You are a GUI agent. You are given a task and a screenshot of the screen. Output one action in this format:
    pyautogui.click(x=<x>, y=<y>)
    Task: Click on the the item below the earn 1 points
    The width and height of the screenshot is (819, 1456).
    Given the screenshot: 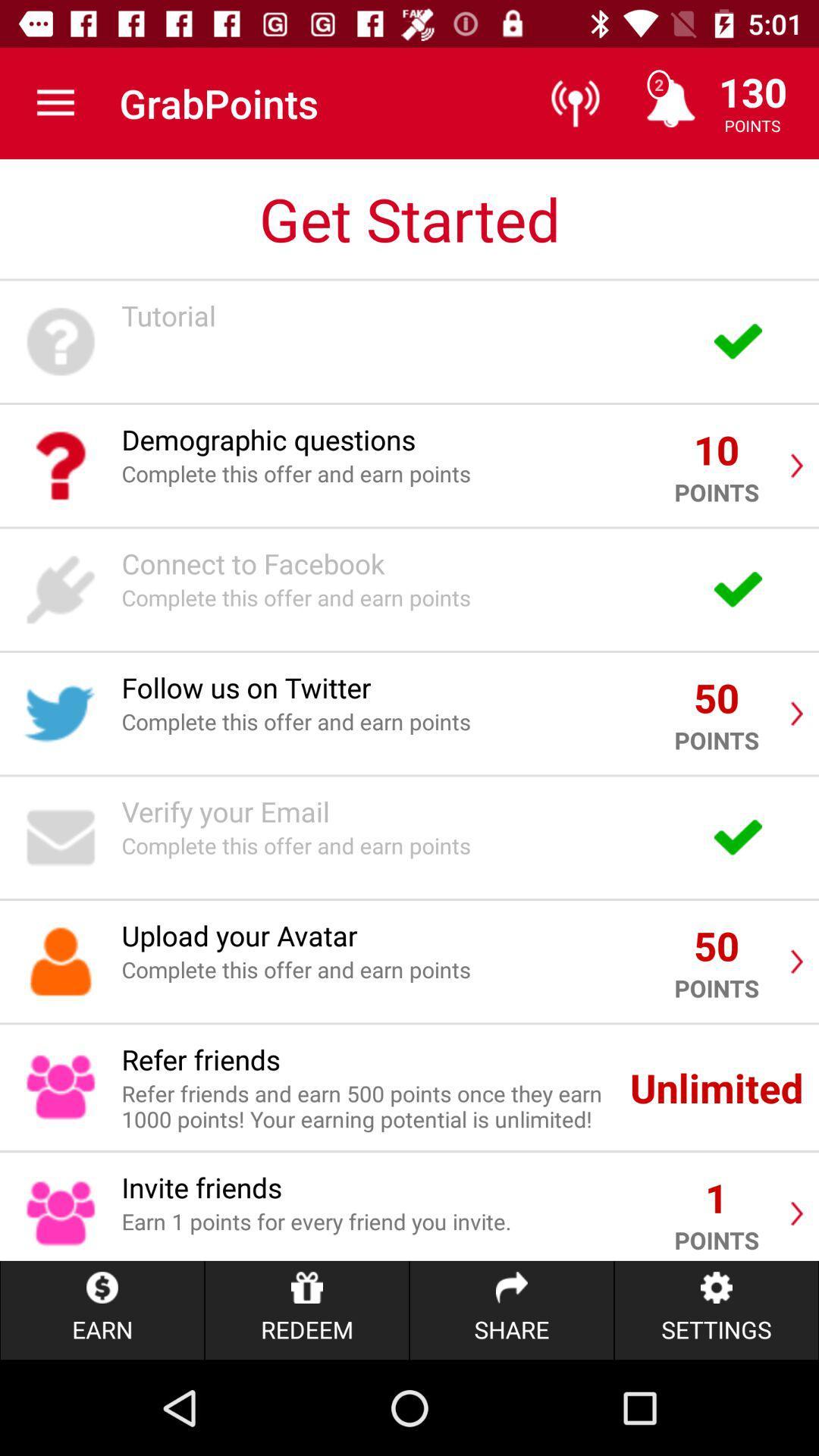 What is the action you would take?
    pyautogui.click(x=512, y=1310)
    